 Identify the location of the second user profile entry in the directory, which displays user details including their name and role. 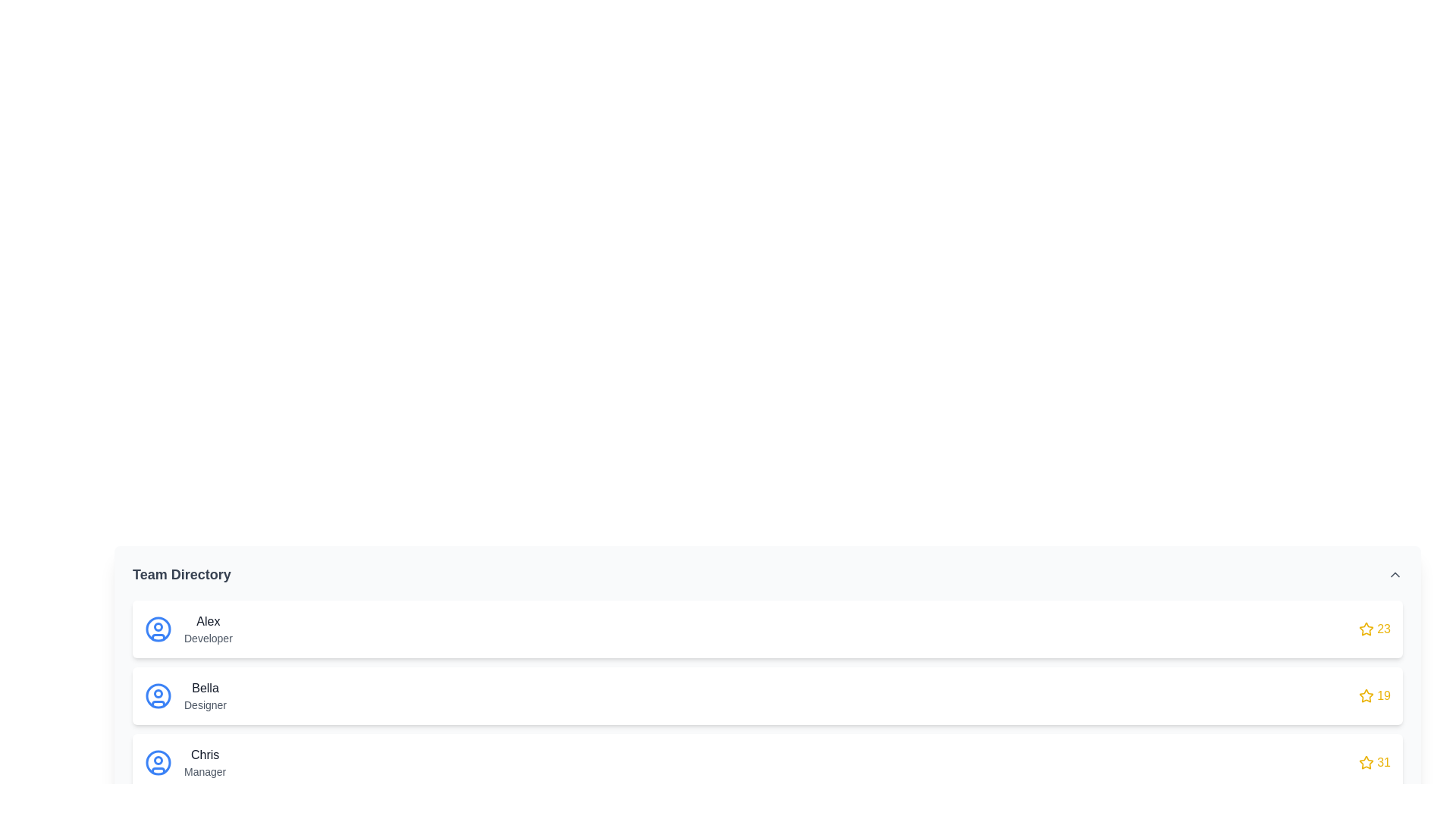
(184, 696).